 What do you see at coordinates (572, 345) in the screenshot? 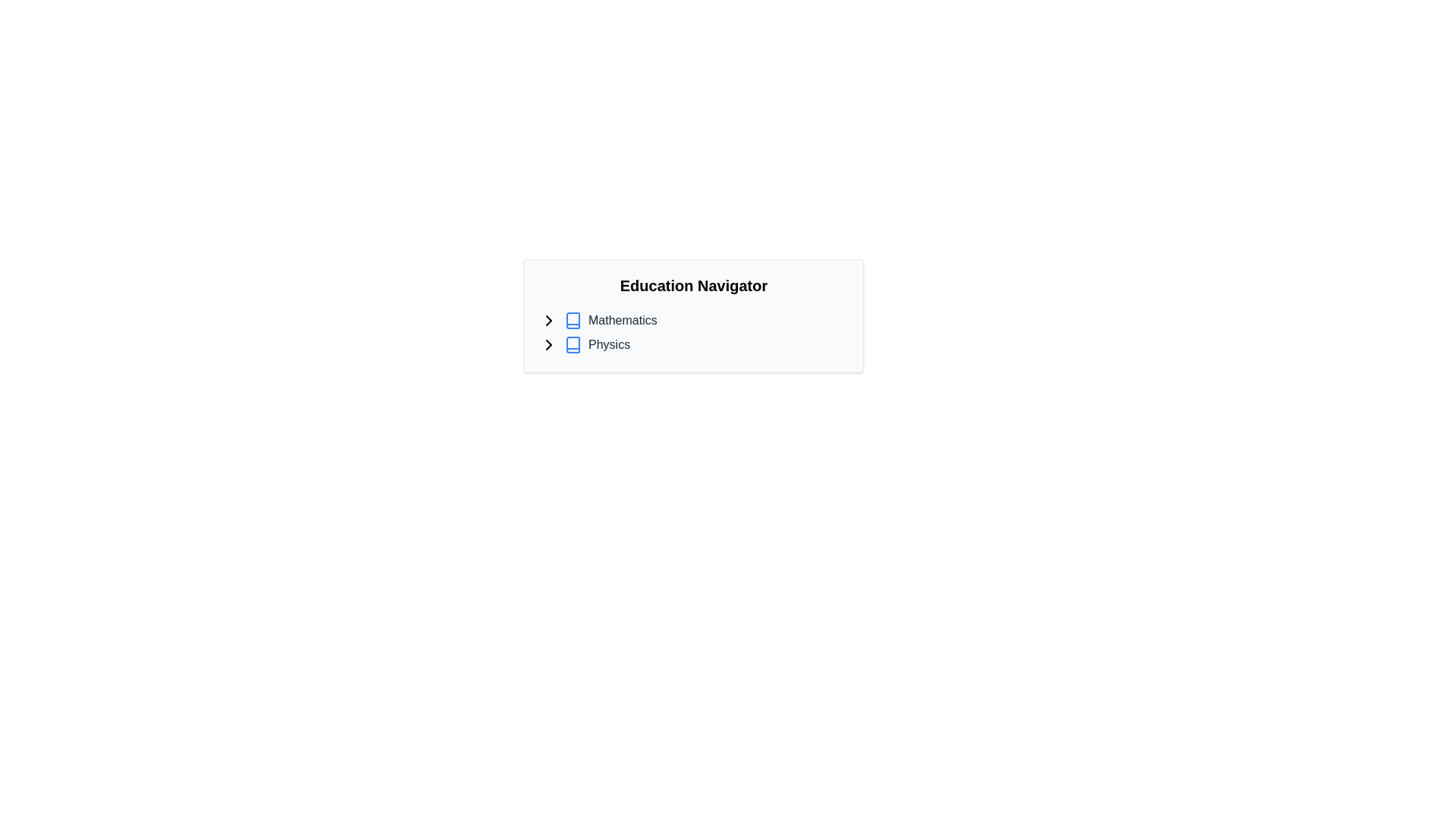
I see `the Physics category icon in the Education Navigator menu` at bounding box center [572, 345].